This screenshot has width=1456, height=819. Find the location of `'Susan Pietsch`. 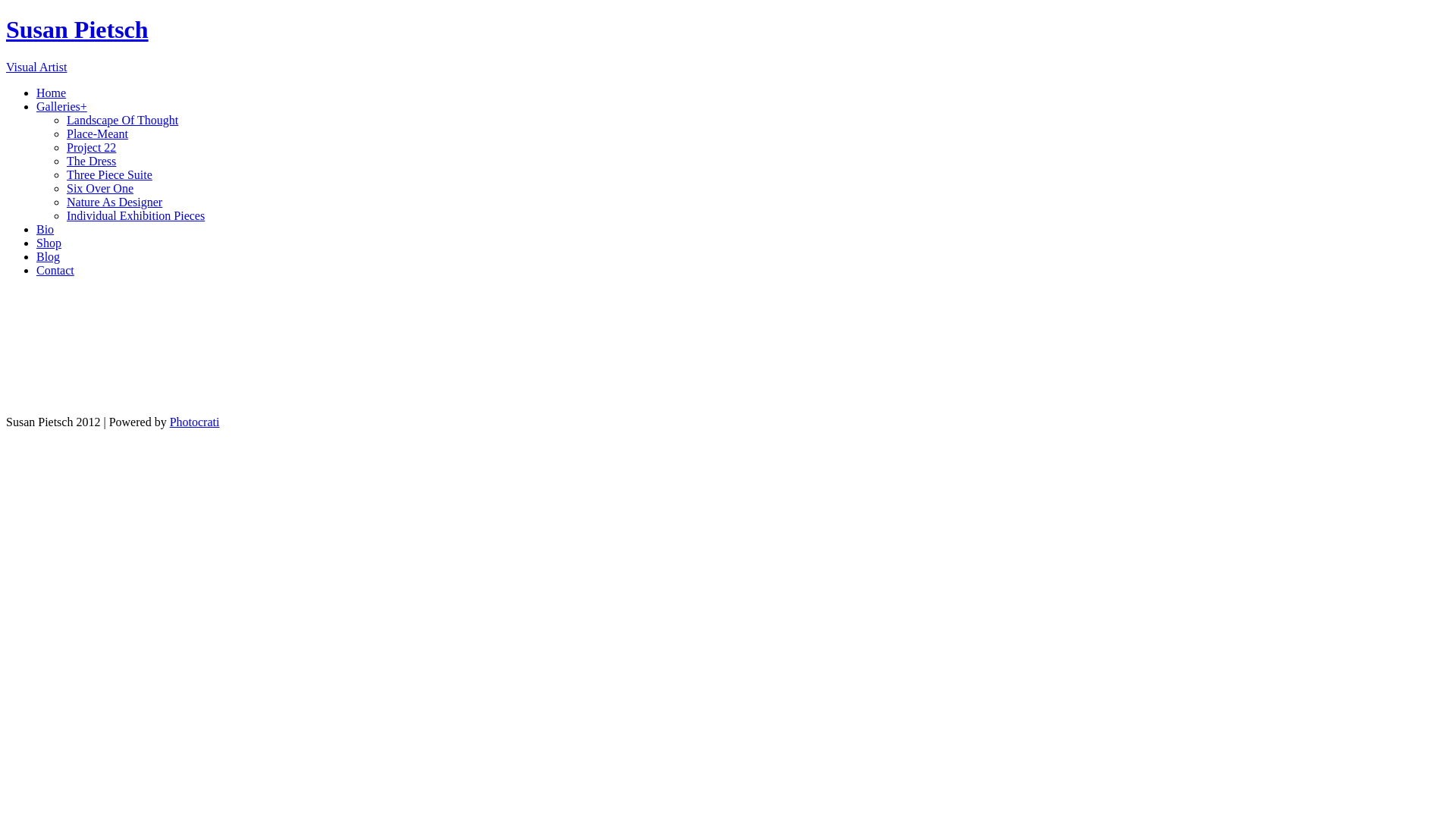

'Susan Pietsch is located at coordinates (728, 43).